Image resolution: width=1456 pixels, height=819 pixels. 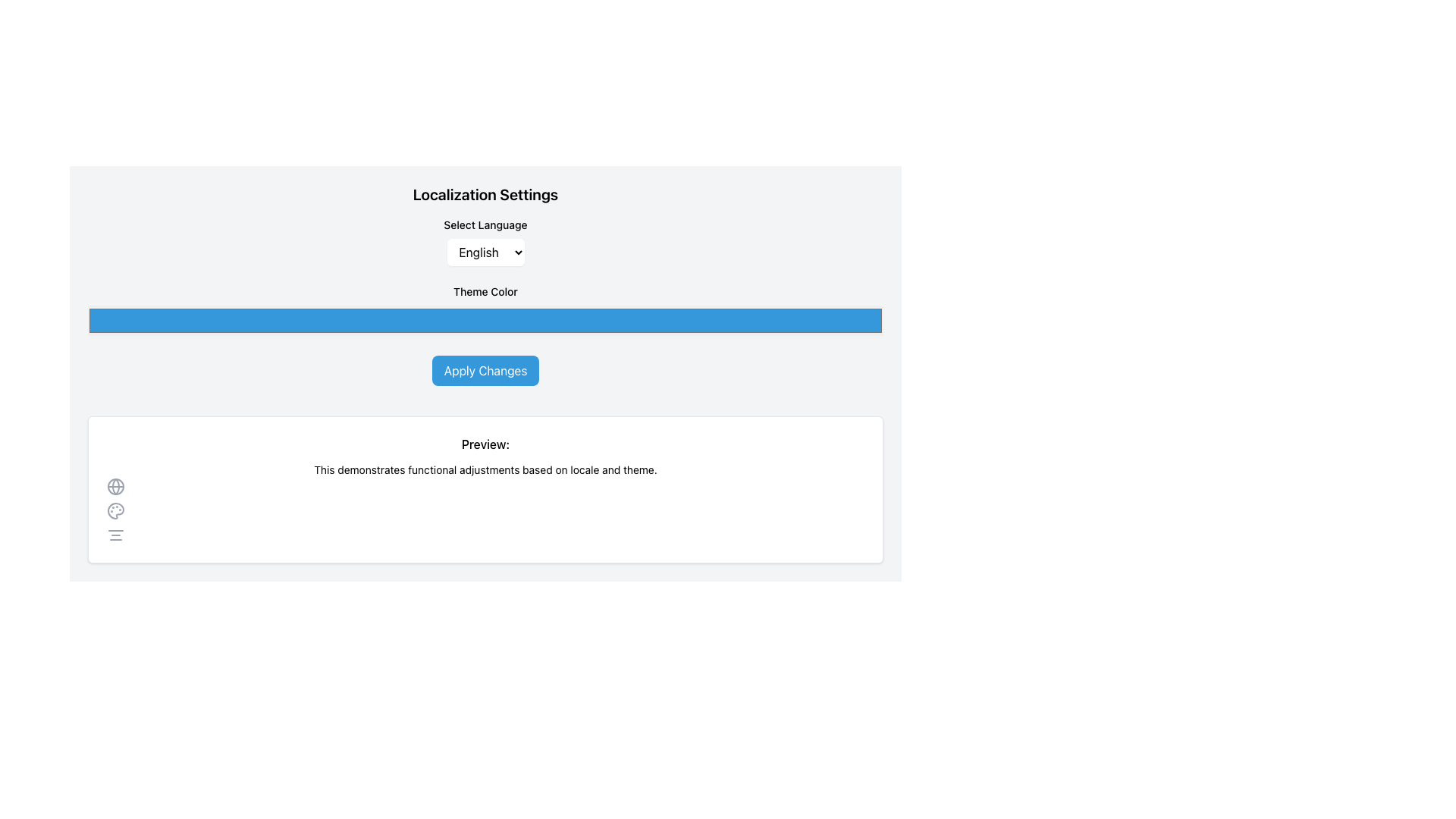 What do you see at coordinates (115, 511) in the screenshot?
I see `the decorative palette icon located in the 'Preview' section, positioned below the globe icon and above the hamburger menu icon` at bounding box center [115, 511].